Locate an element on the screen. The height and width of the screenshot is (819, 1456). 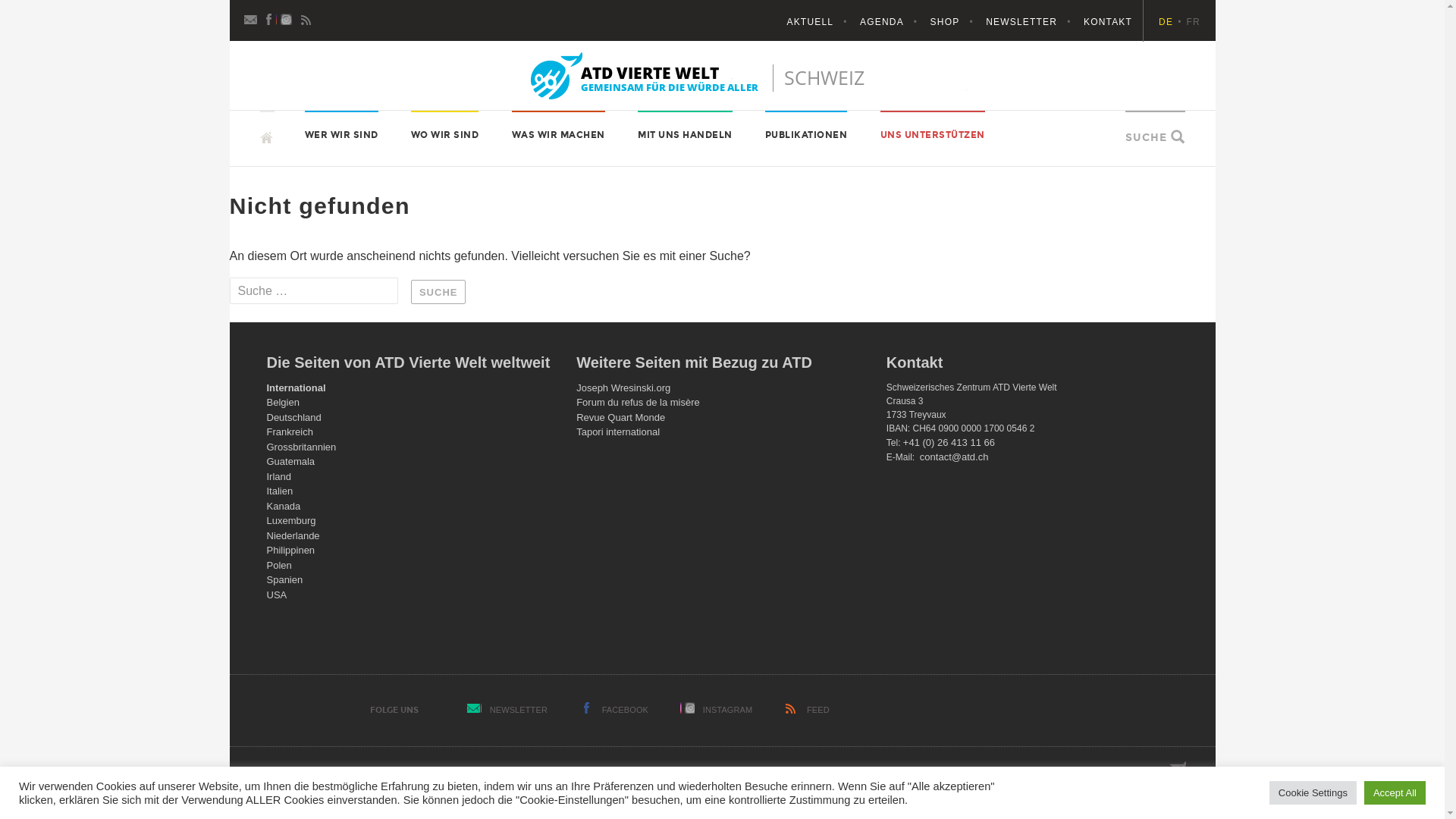
'Joseph Wresinski.org' is located at coordinates (623, 387).